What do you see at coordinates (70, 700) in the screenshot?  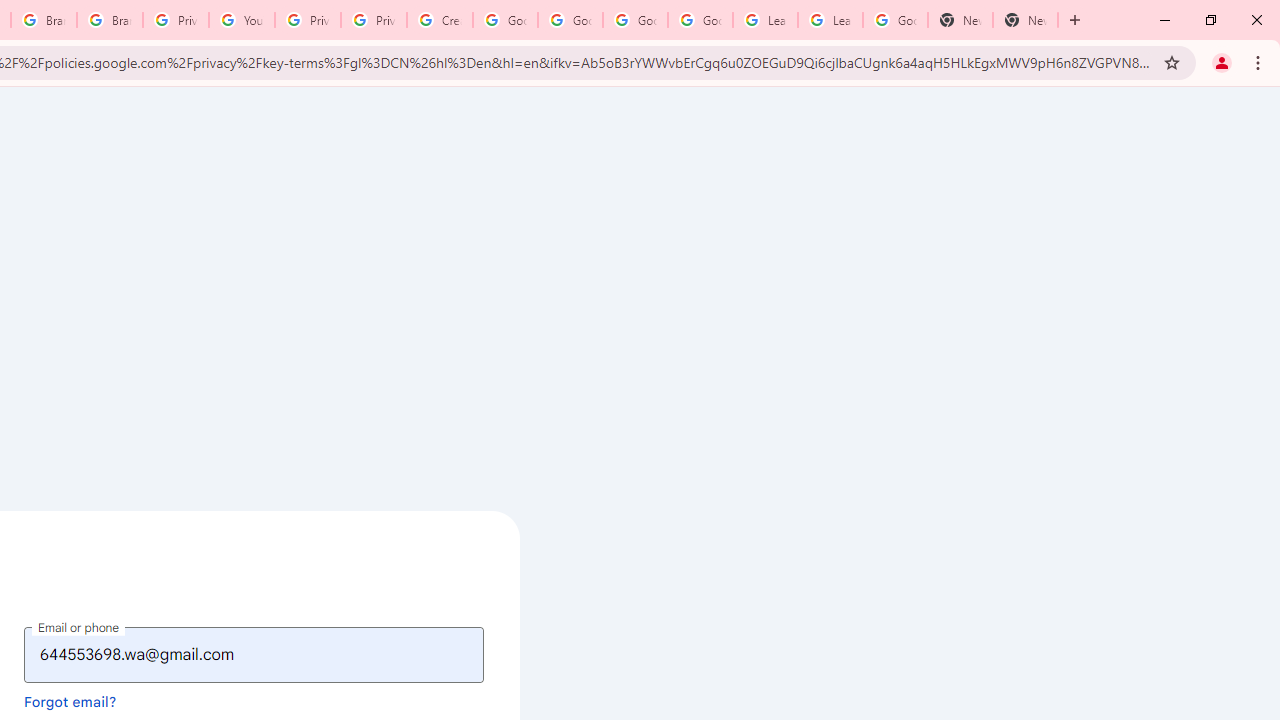 I see `'Forgot email?'` at bounding box center [70, 700].